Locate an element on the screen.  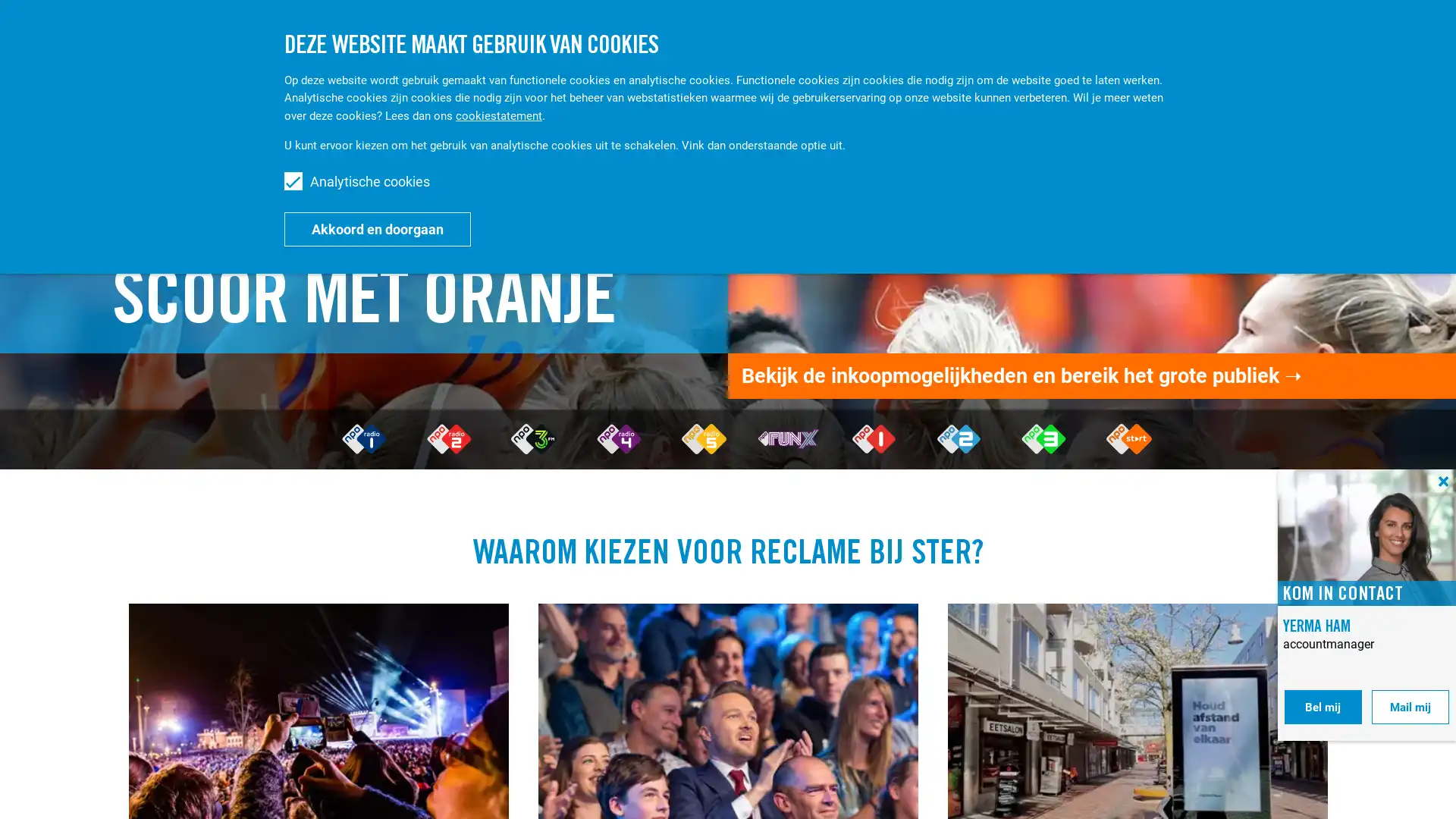
Mail mij is located at coordinates (1410, 707).